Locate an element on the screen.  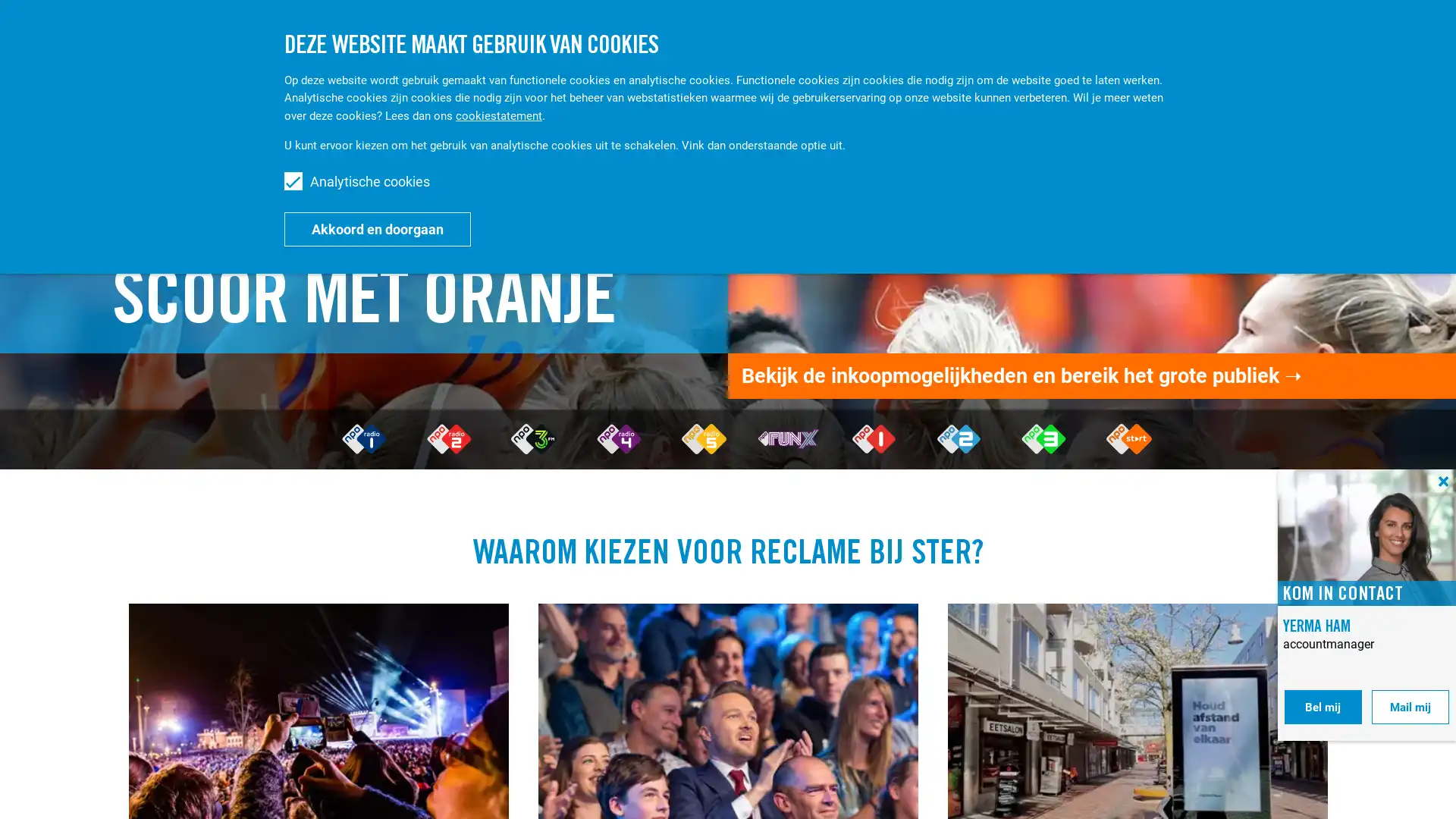
Mail mij is located at coordinates (1410, 707).